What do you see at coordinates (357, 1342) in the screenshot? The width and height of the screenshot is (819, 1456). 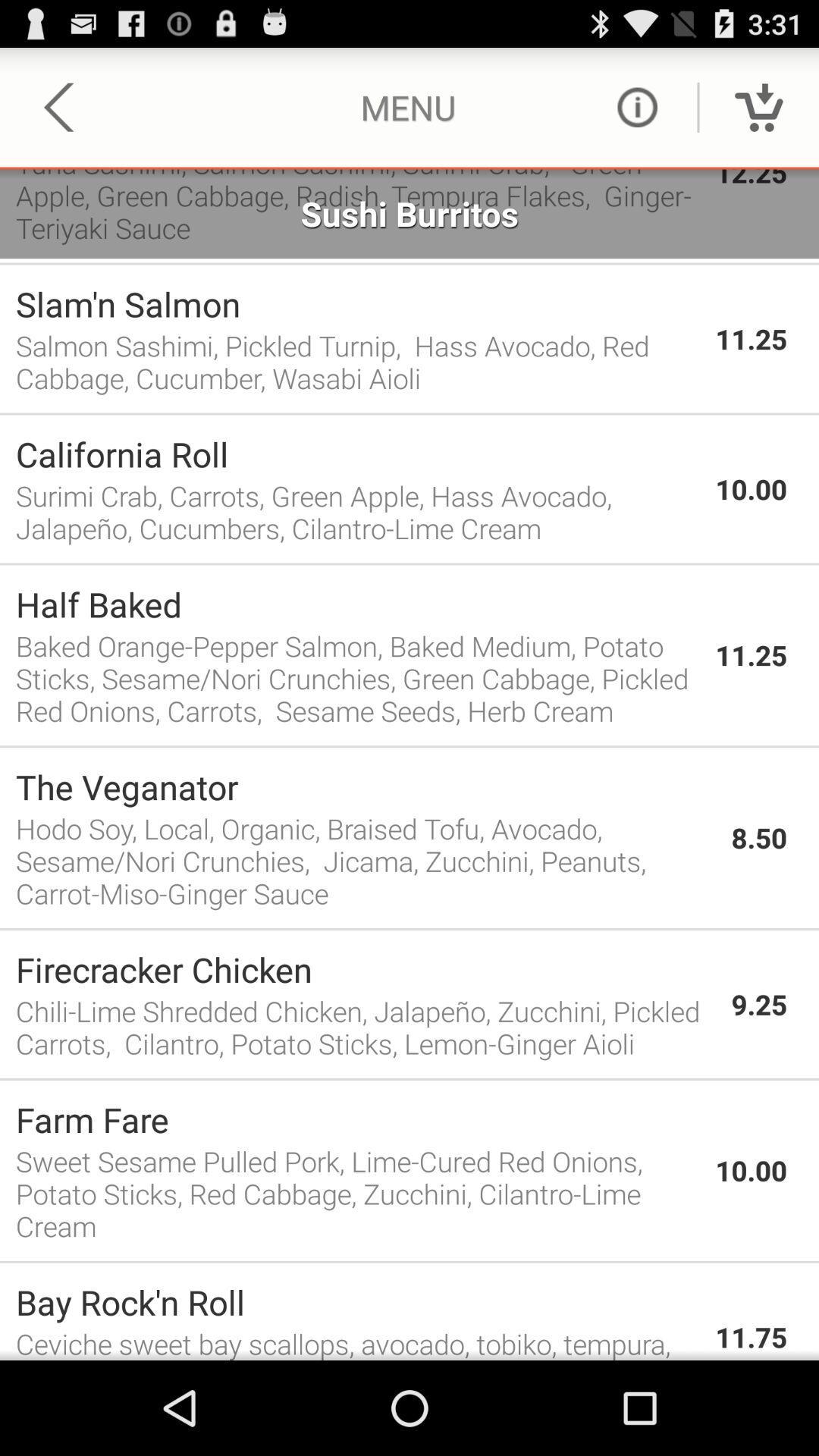 I see `the app to the left of 11.75` at bounding box center [357, 1342].